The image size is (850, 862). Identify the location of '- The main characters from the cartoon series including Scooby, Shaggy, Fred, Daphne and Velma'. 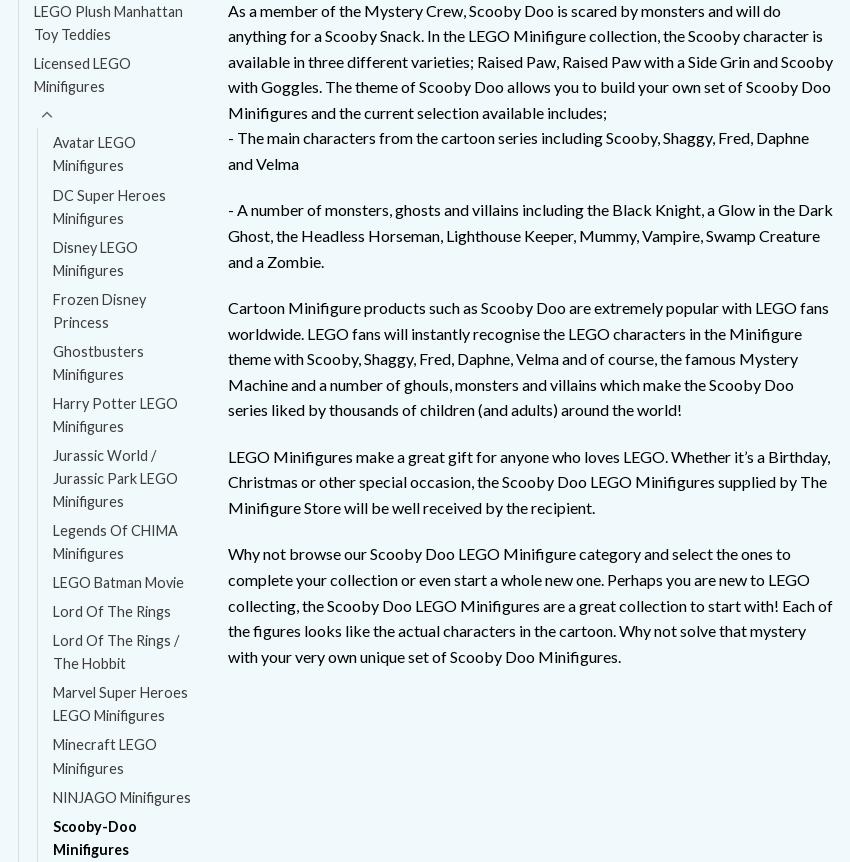
(516, 150).